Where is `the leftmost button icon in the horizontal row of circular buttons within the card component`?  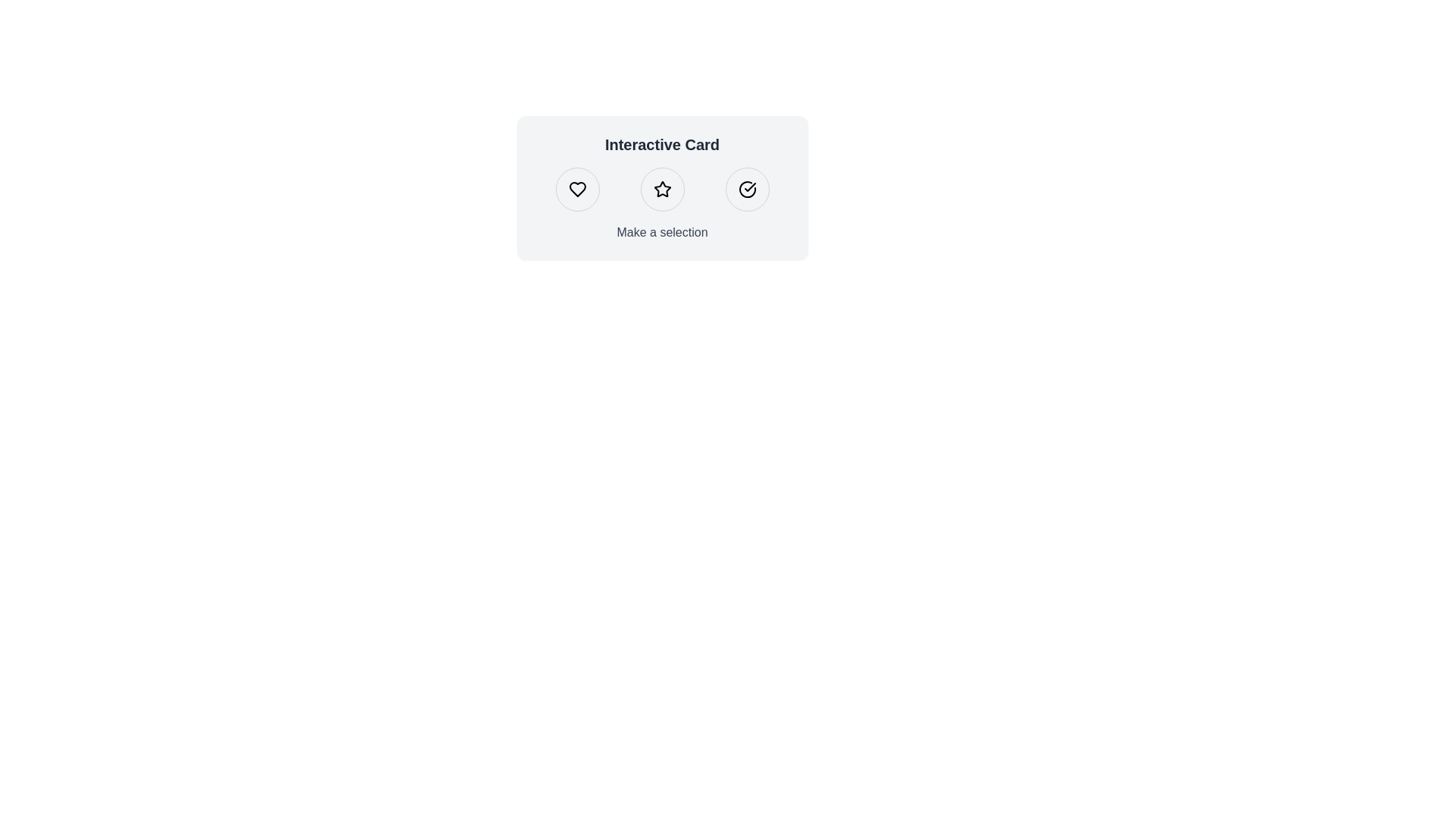 the leftmost button icon in the horizontal row of circular buttons within the card component is located at coordinates (576, 189).